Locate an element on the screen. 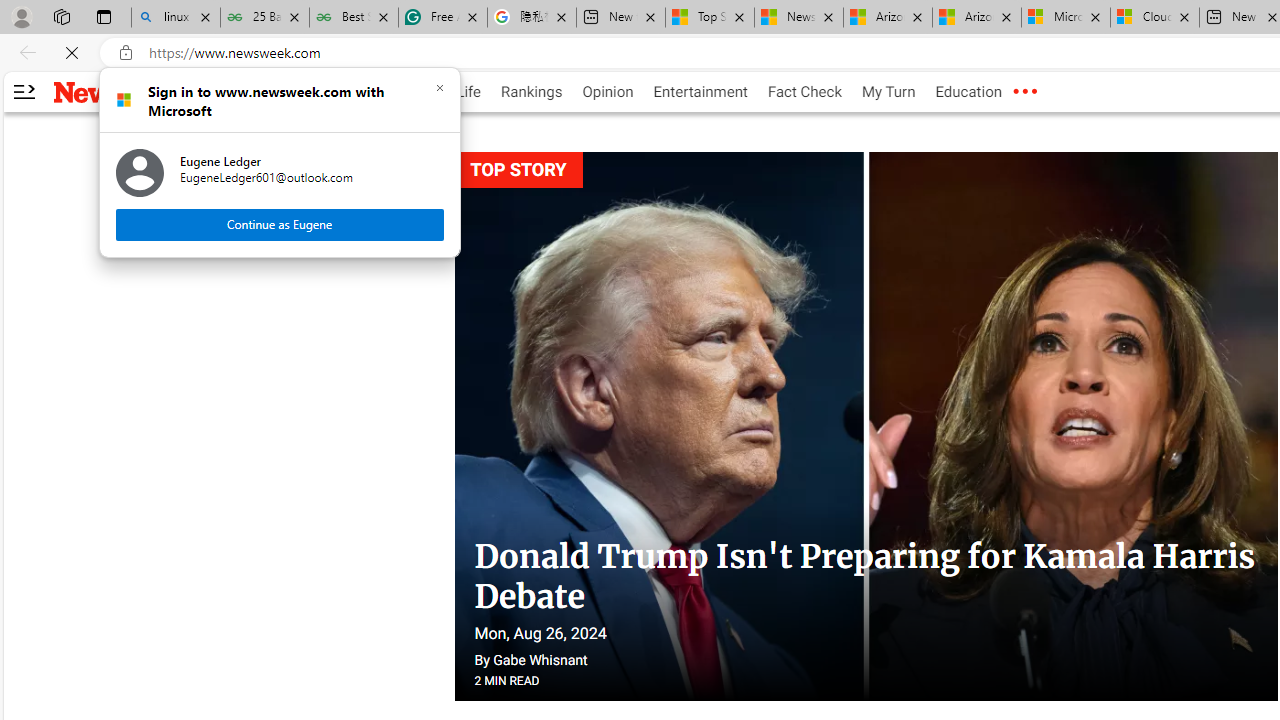 The image size is (1280, 720). 'linux basic - Search' is located at coordinates (176, 17).